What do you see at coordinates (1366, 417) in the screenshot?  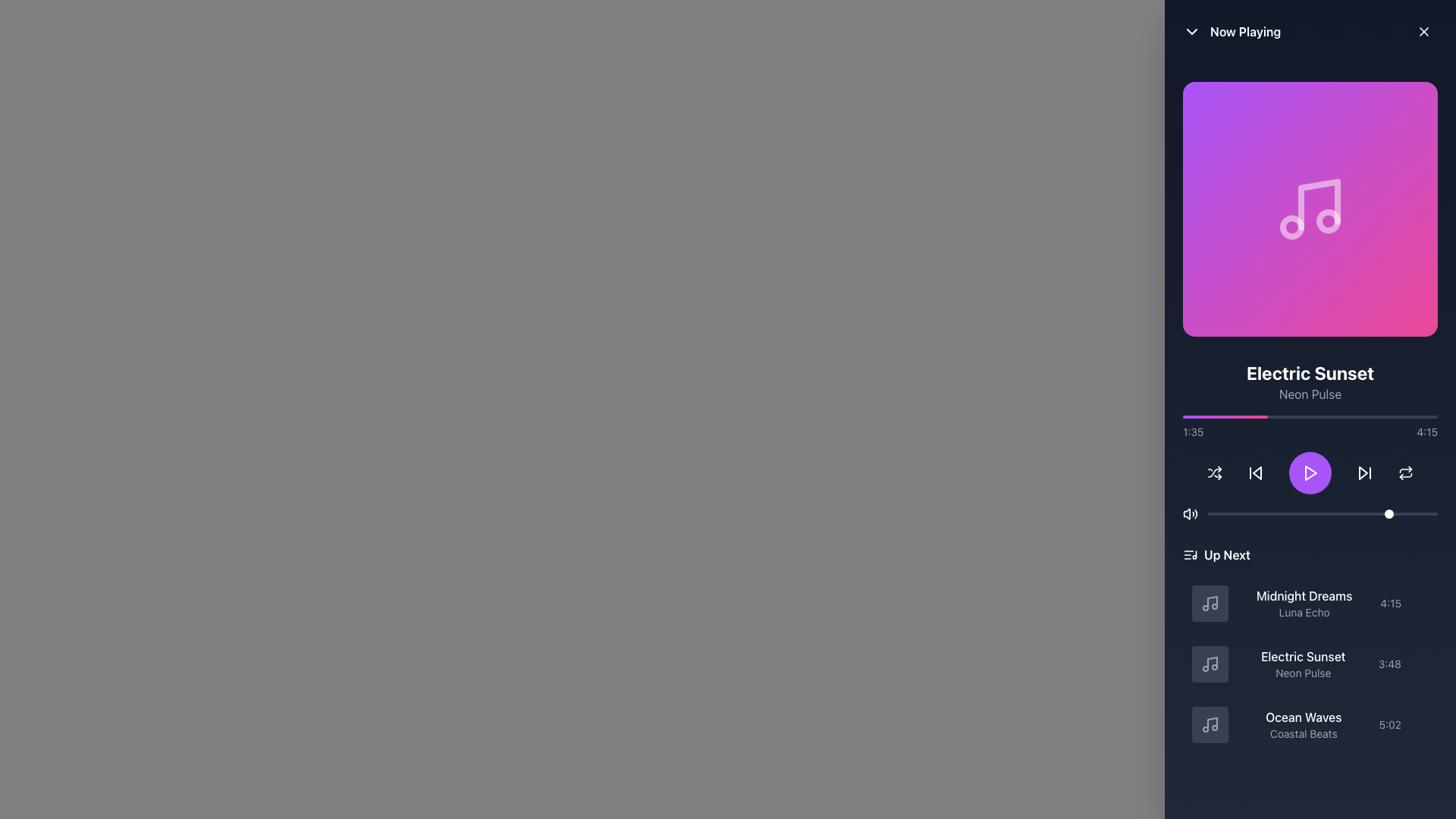 I see `playback position` at bounding box center [1366, 417].